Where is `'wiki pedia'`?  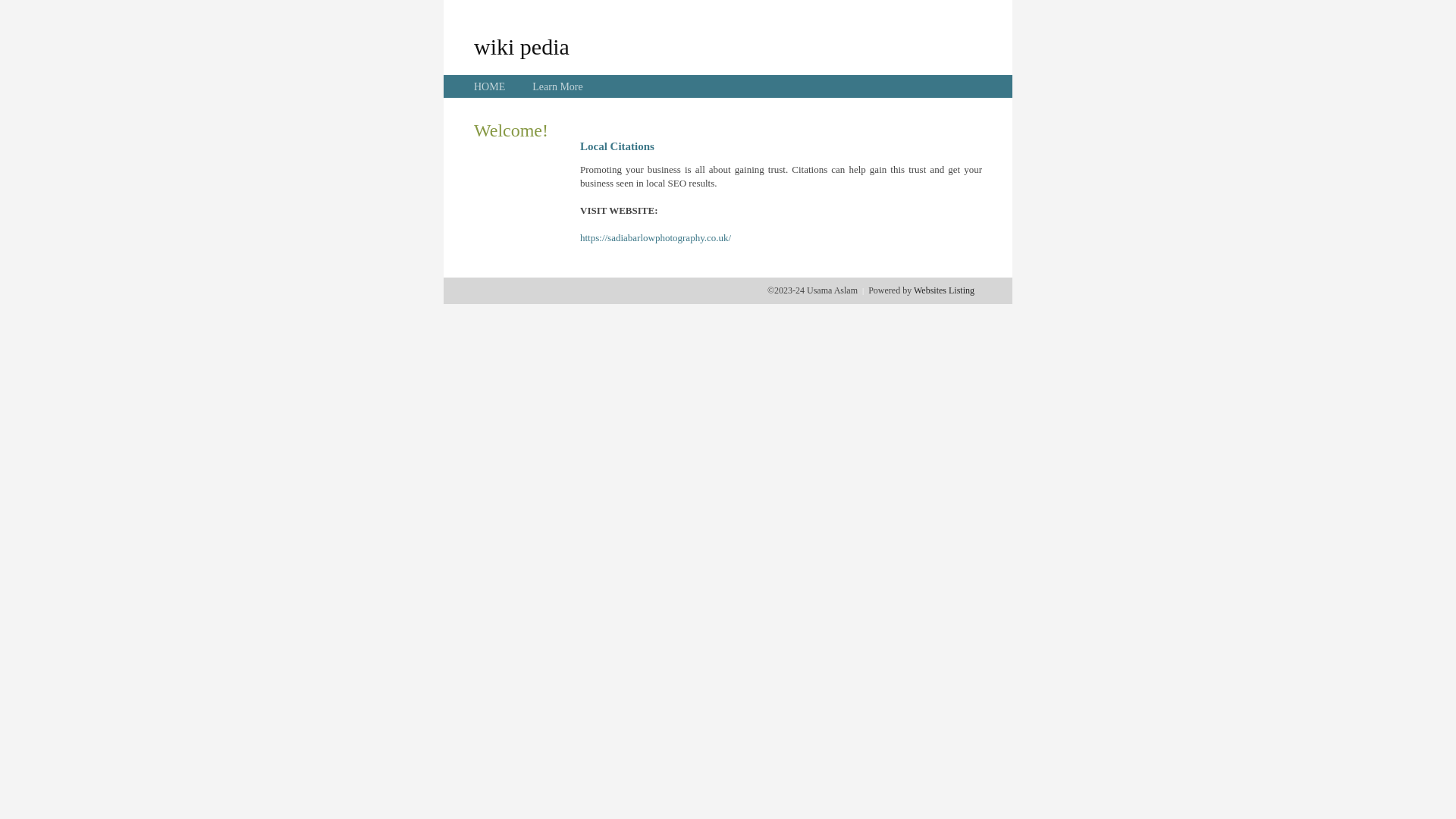 'wiki pedia' is located at coordinates (521, 45).